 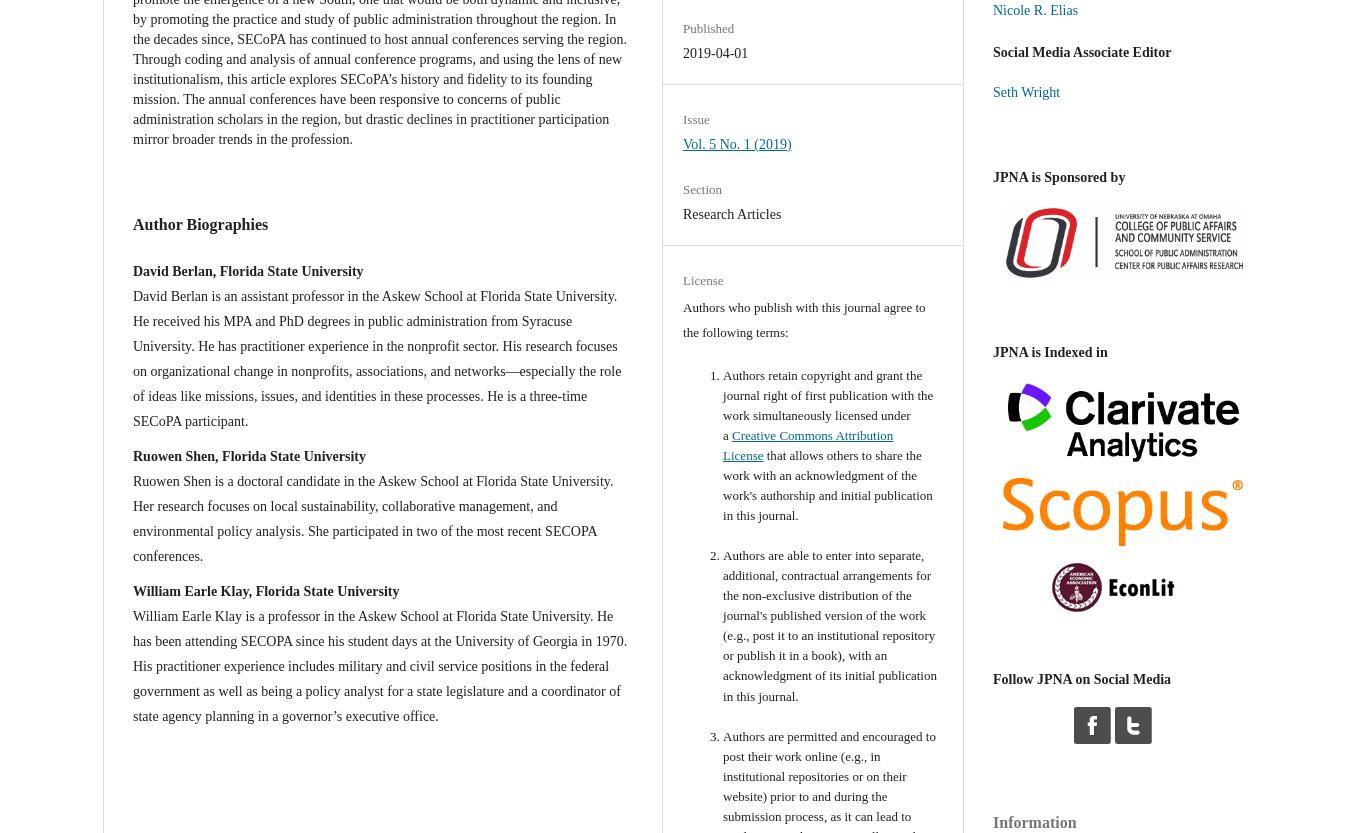 I want to click on 'Authors who publish with this journal agree to the following terms:', so click(x=803, y=319).